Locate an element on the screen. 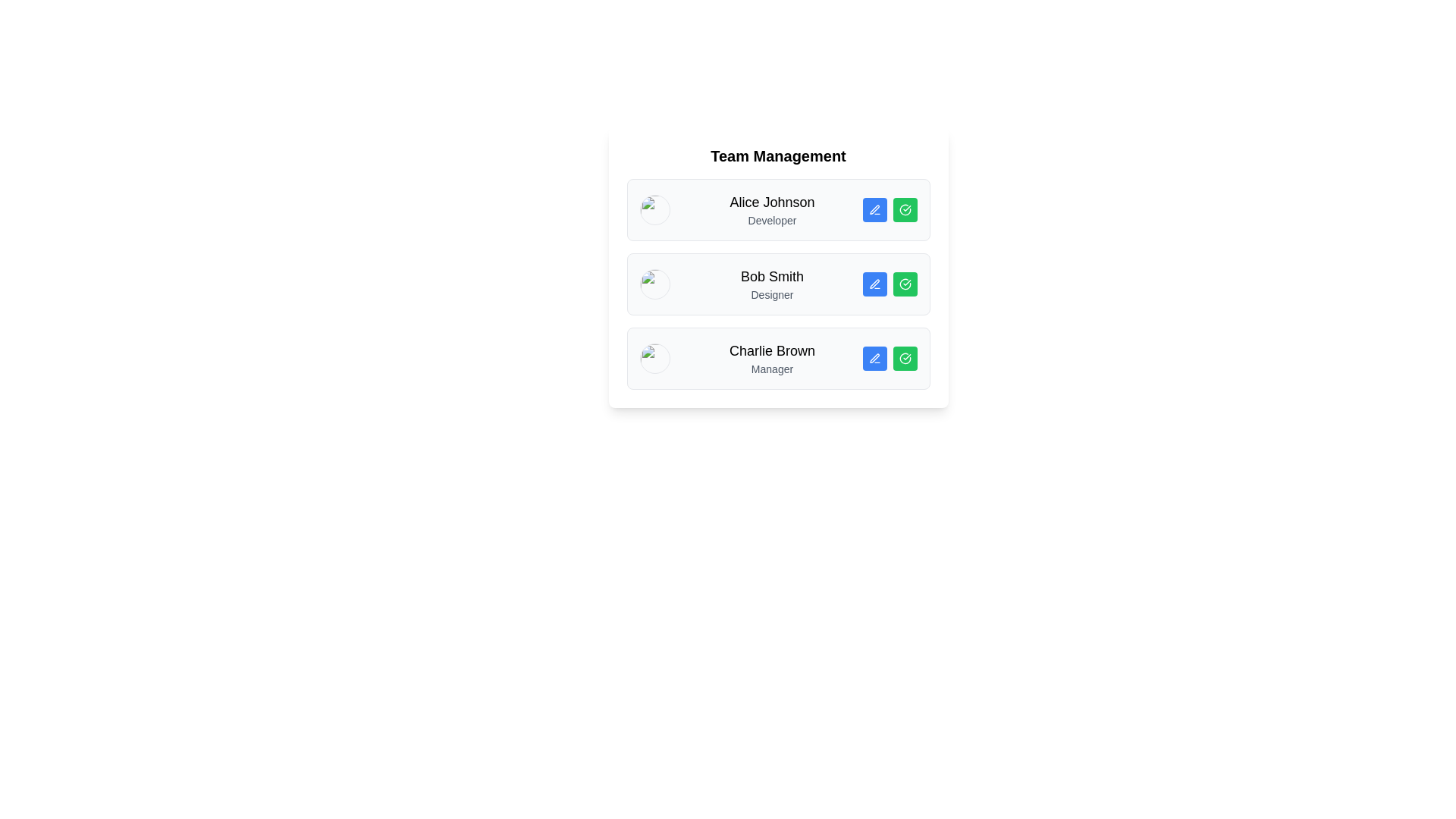 This screenshot has height=819, width=1456. the circular green checkmark icon associated with 'Bob Smith Designer' in the second row of the list is located at coordinates (905, 284).